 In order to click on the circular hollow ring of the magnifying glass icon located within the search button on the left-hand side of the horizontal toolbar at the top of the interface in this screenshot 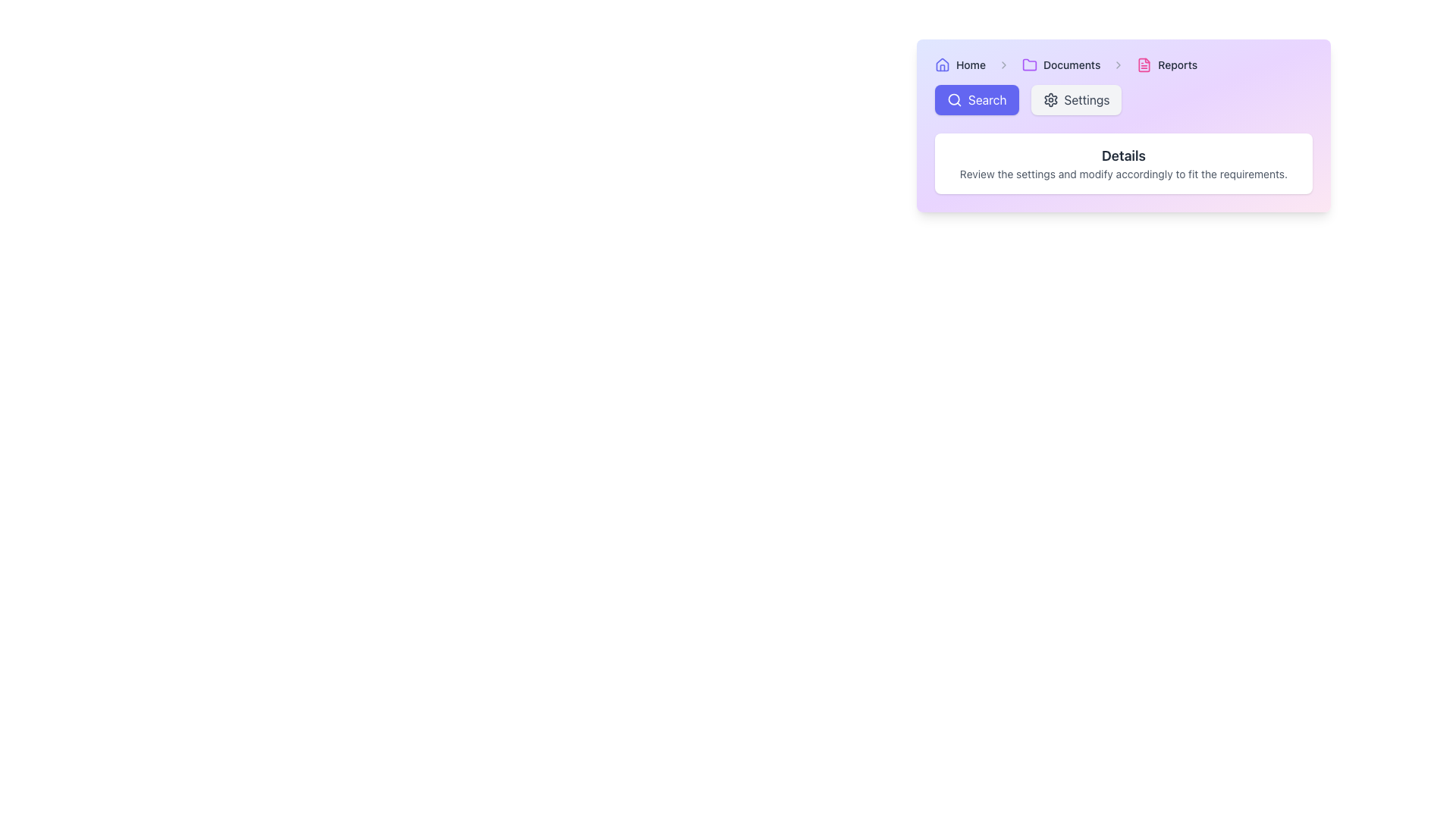, I will do `click(952, 99)`.